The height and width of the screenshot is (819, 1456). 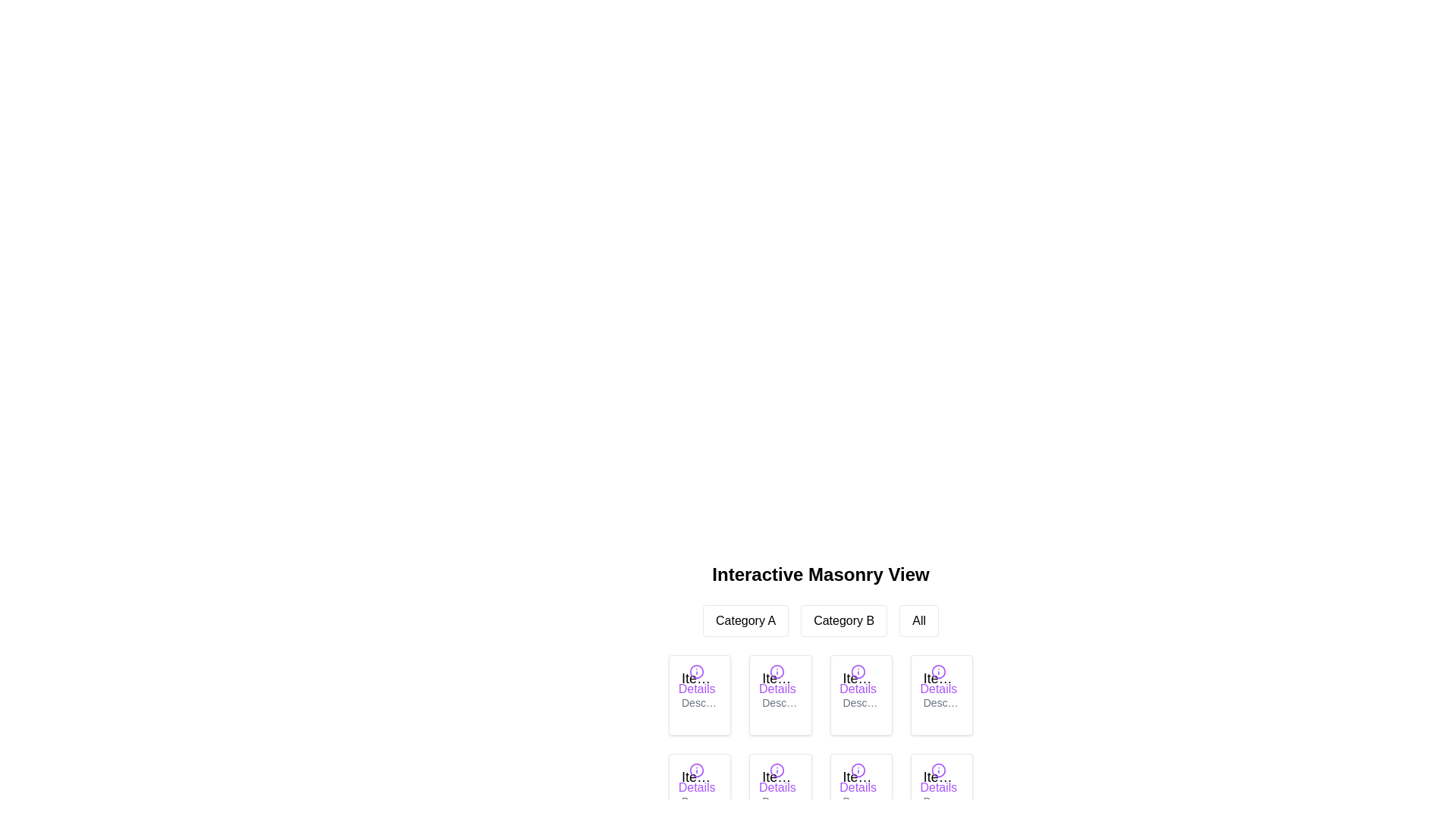 What do you see at coordinates (777, 770) in the screenshot?
I see `the icon located in the lower right position of the 'Details' section` at bounding box center [777, 770].